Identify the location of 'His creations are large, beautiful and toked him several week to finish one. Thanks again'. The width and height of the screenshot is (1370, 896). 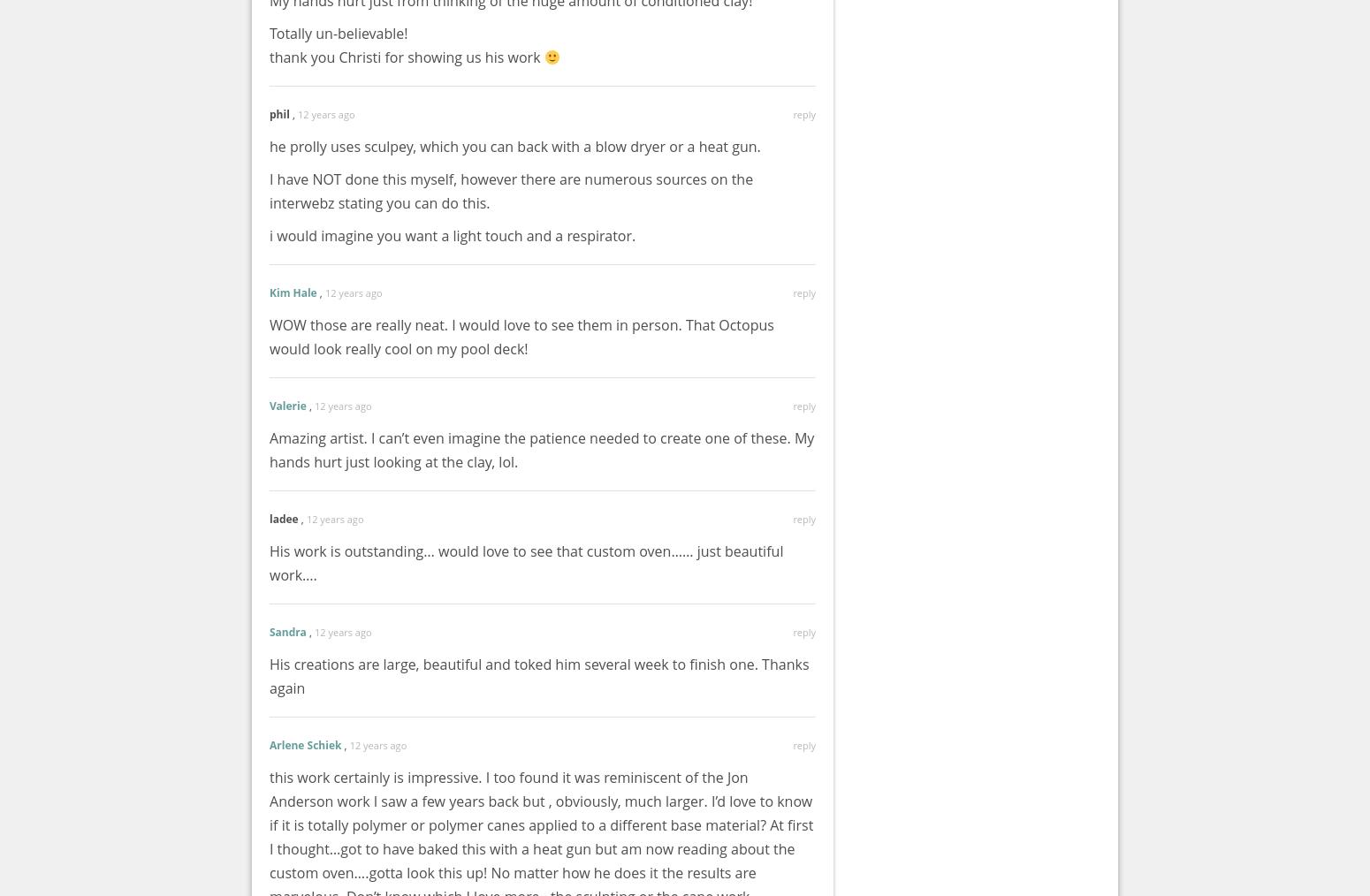
(538, 676).